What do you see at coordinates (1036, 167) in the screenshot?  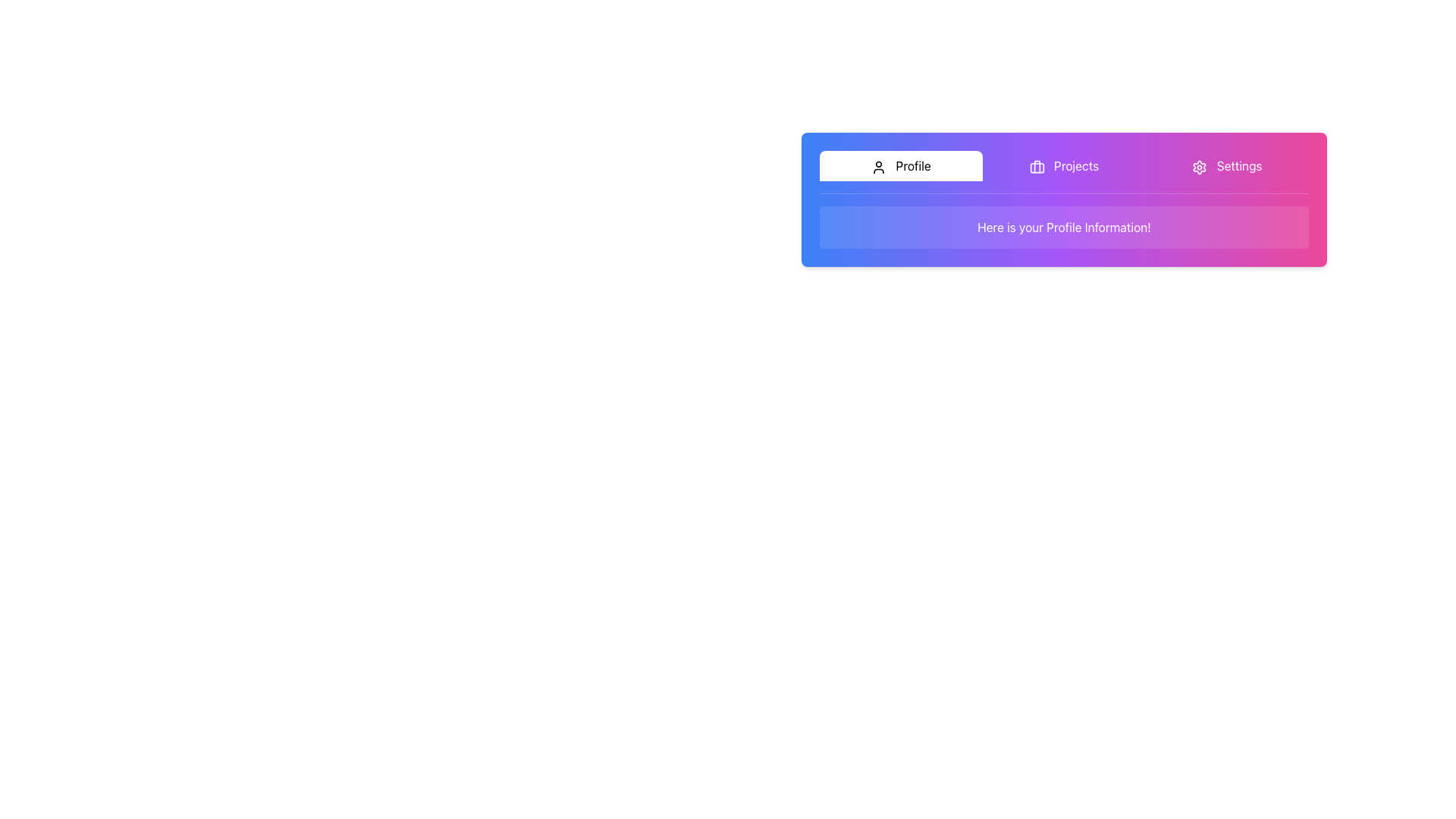 I see `the briefcase icon located within the 'Projects' button in the top navigation bar` at bounding box center [1036, 167].